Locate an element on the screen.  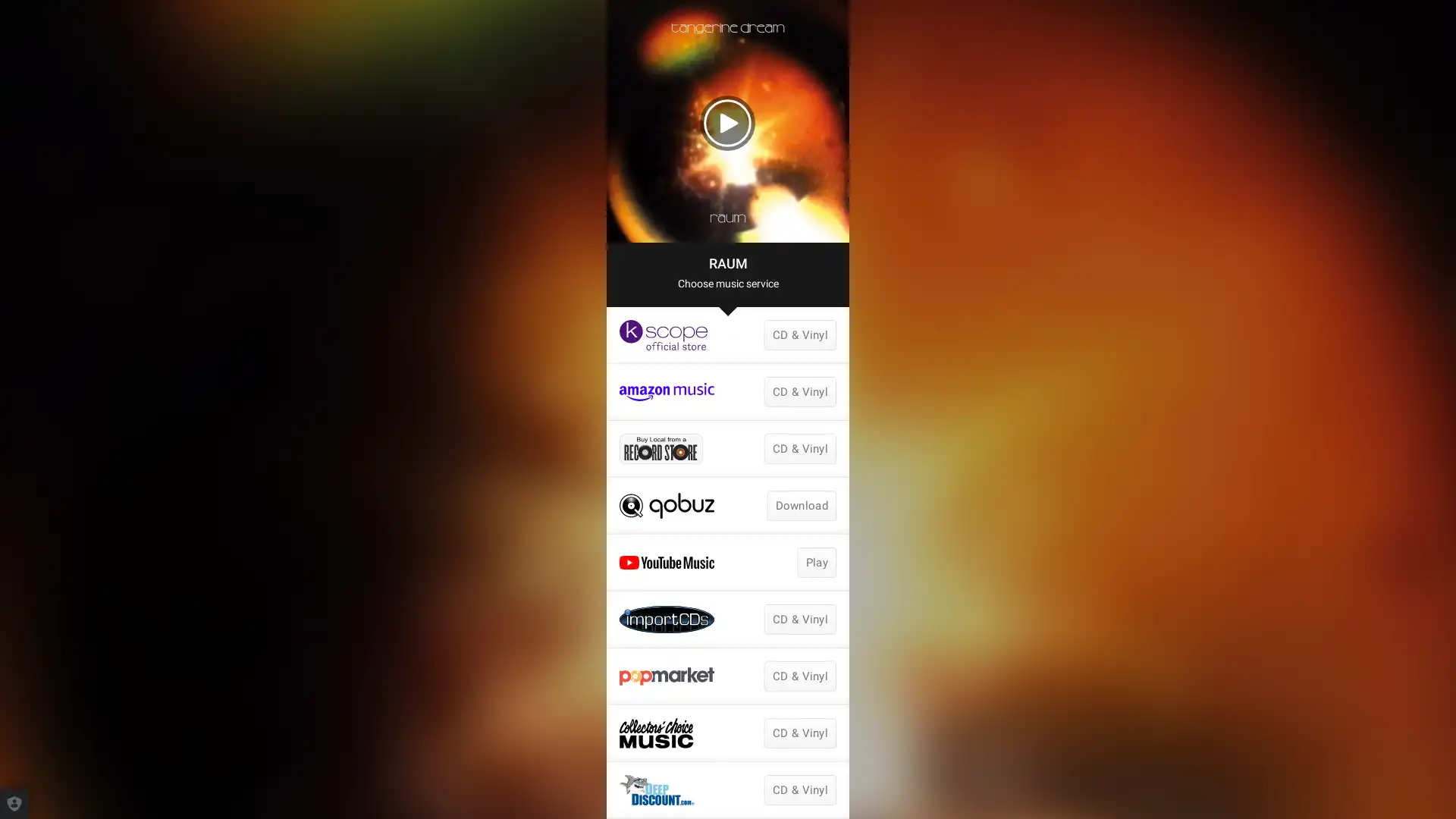
CD & Vinyl is located at coordinates (799, 733).